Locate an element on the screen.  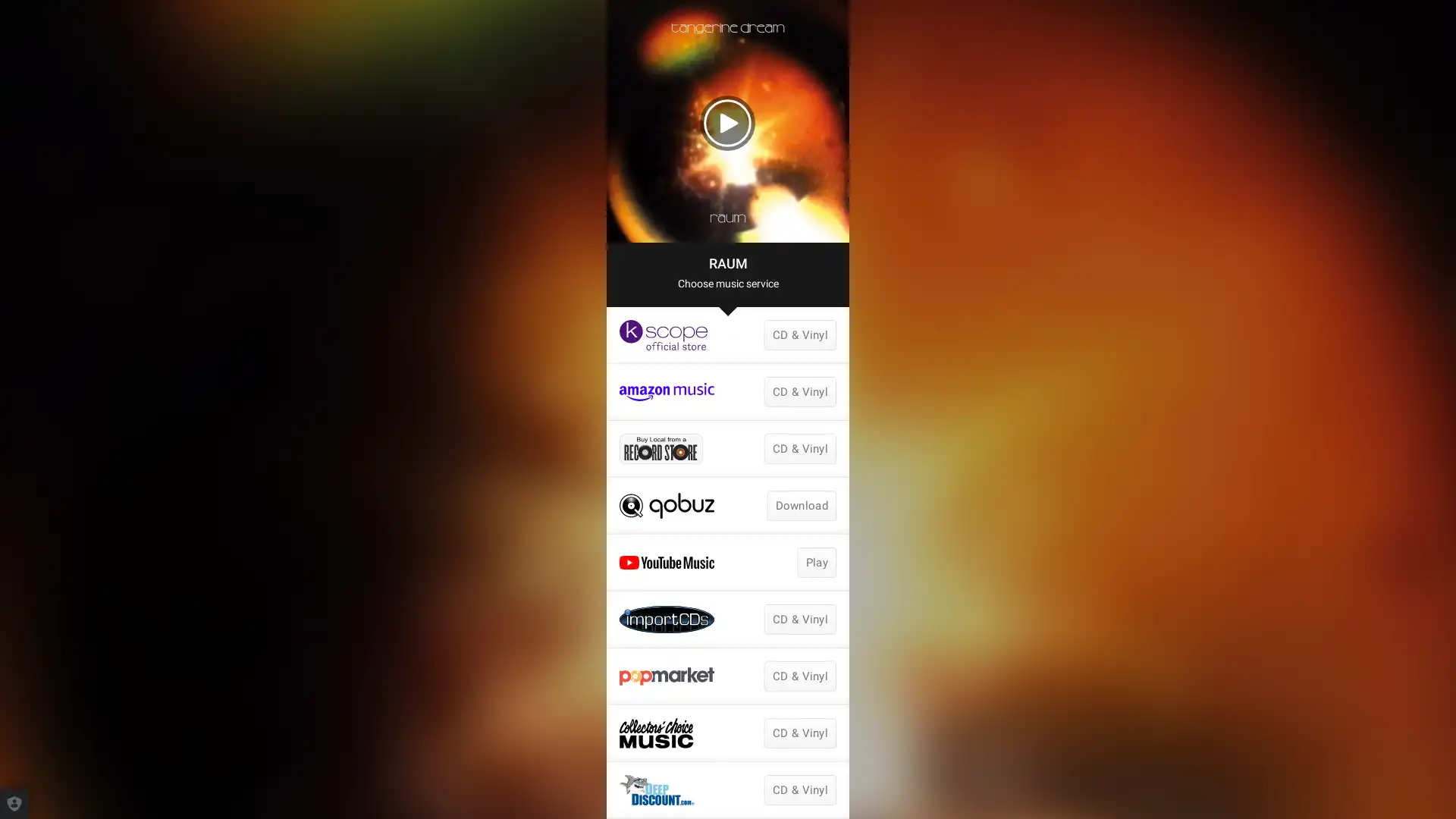
CD & Vinyl is located at coordinates (799, 733).